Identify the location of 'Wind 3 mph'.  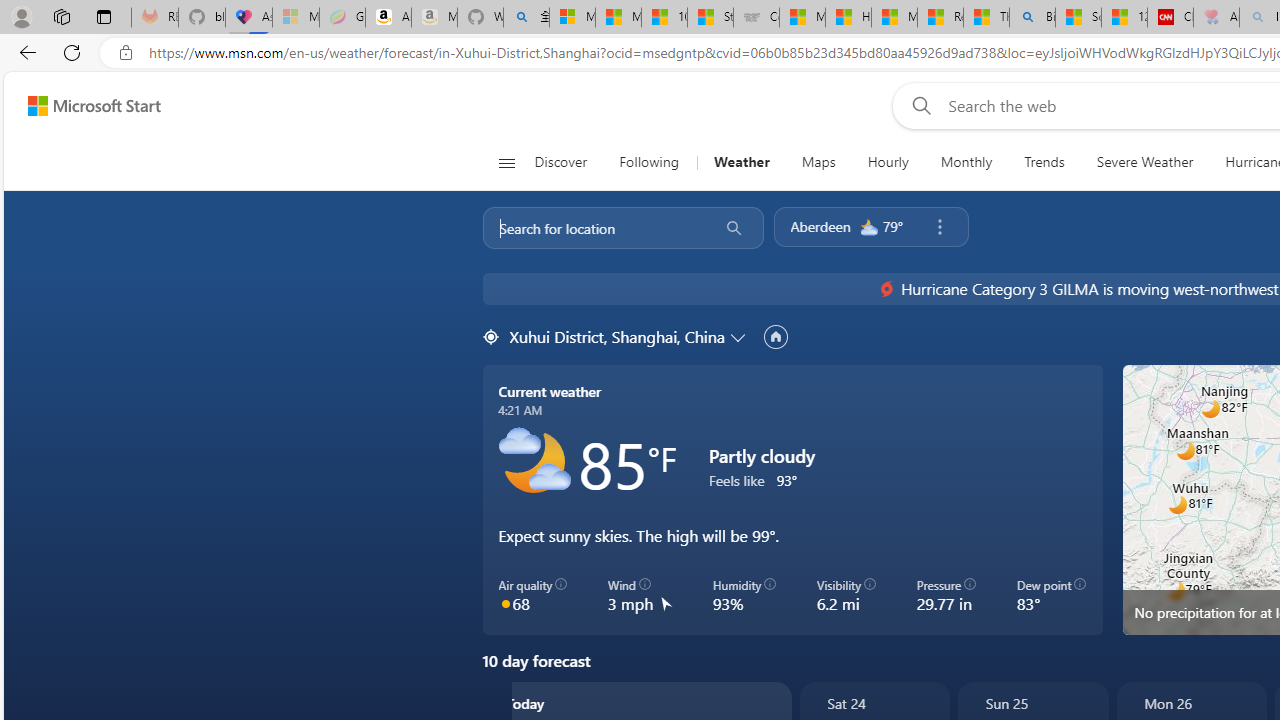
(640, 594).